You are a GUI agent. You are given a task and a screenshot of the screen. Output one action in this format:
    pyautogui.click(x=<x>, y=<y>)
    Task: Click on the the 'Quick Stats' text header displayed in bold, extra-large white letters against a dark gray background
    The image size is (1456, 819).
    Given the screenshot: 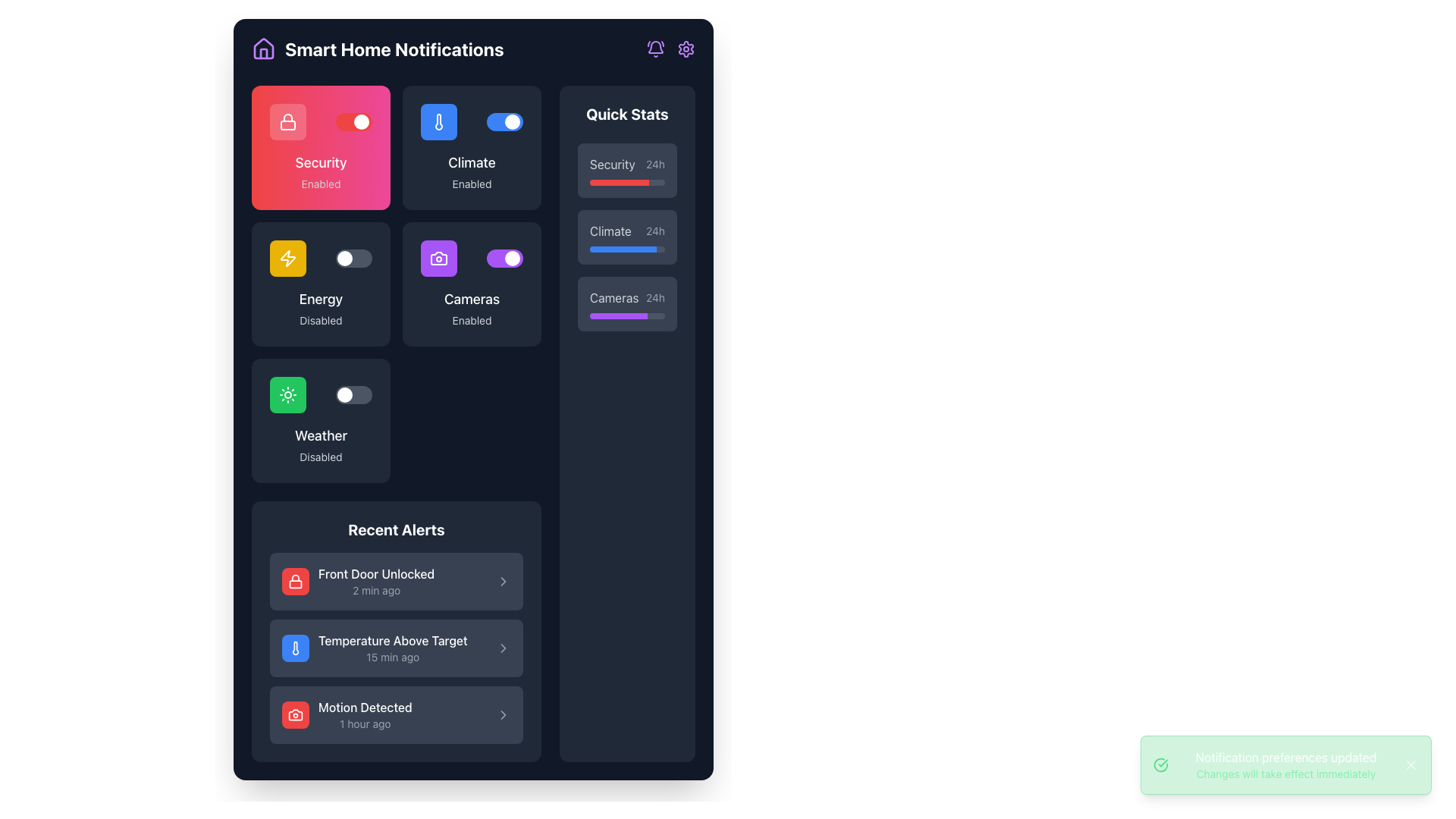 What is the action you would take?
    pyautogui.click(x=627, y=113)
    